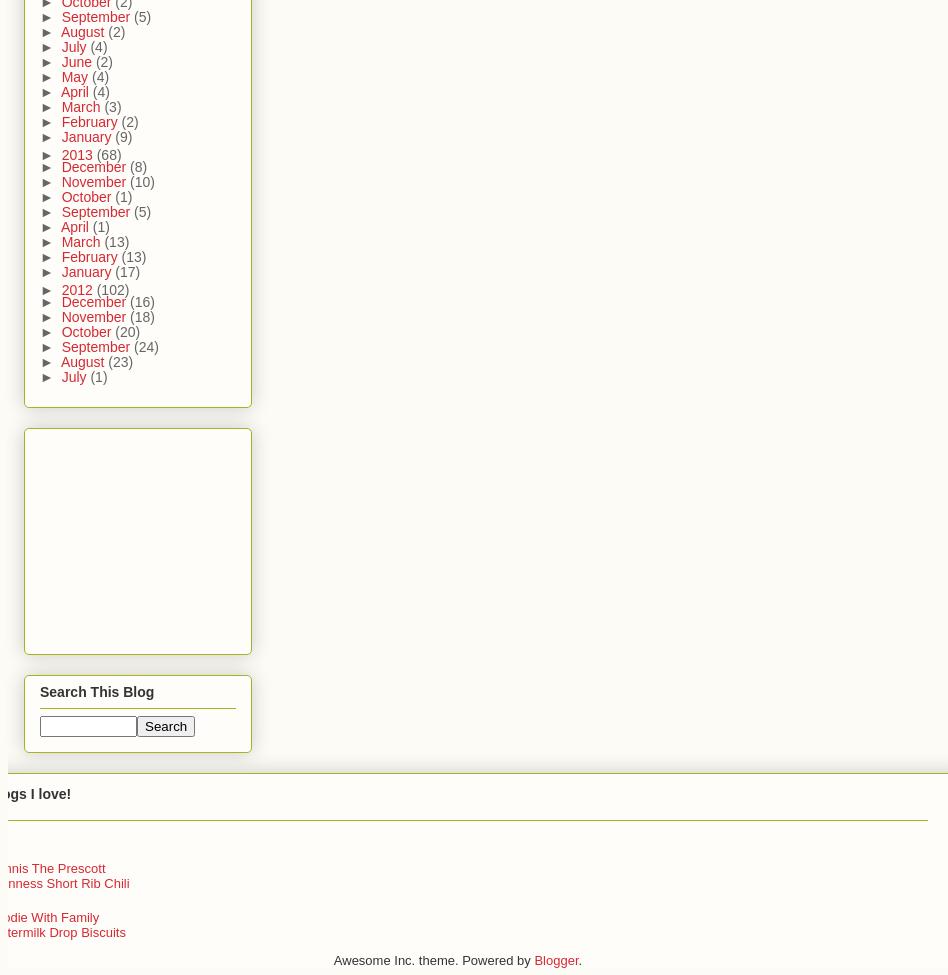 The image size is (948, 975). What do you see at coordinates (119, 360) in the screenshot?
I see `'(23)'` at bounding box center [119, 360].